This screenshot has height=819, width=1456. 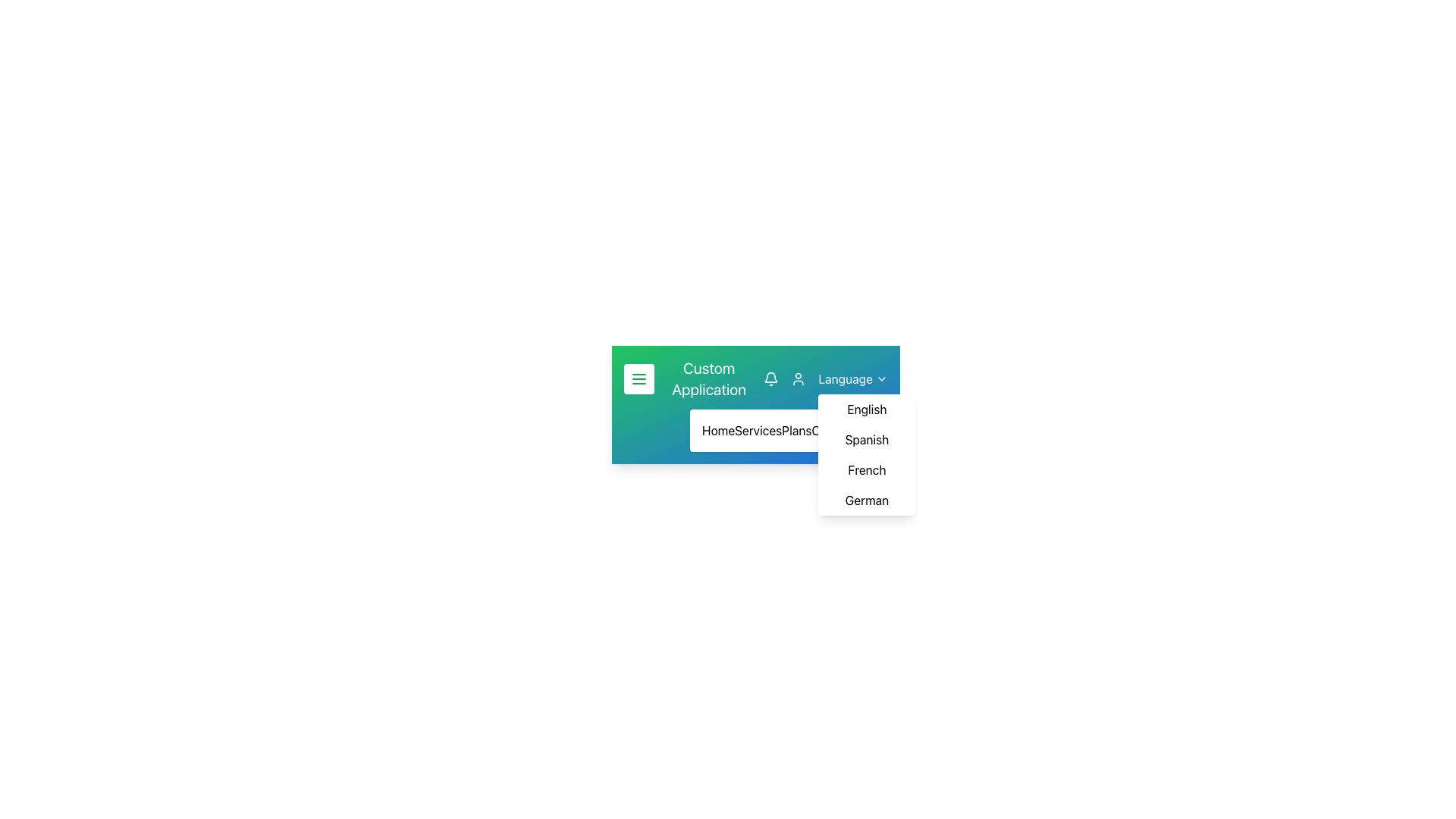 What do you see at coordinates (867, 409) in the screenshot?
I see `the English language option in the language selection menu` at bounding box center [867, 409].